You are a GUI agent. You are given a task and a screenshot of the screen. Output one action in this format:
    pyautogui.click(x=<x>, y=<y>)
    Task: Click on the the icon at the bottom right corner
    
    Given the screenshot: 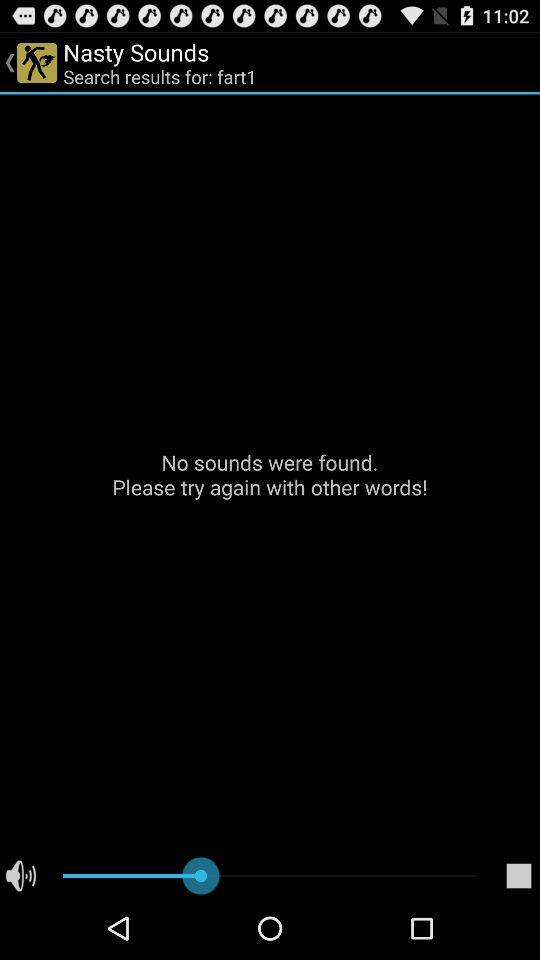 What is the action you would take?
    pyautogui.click(x=518, y=875)
    